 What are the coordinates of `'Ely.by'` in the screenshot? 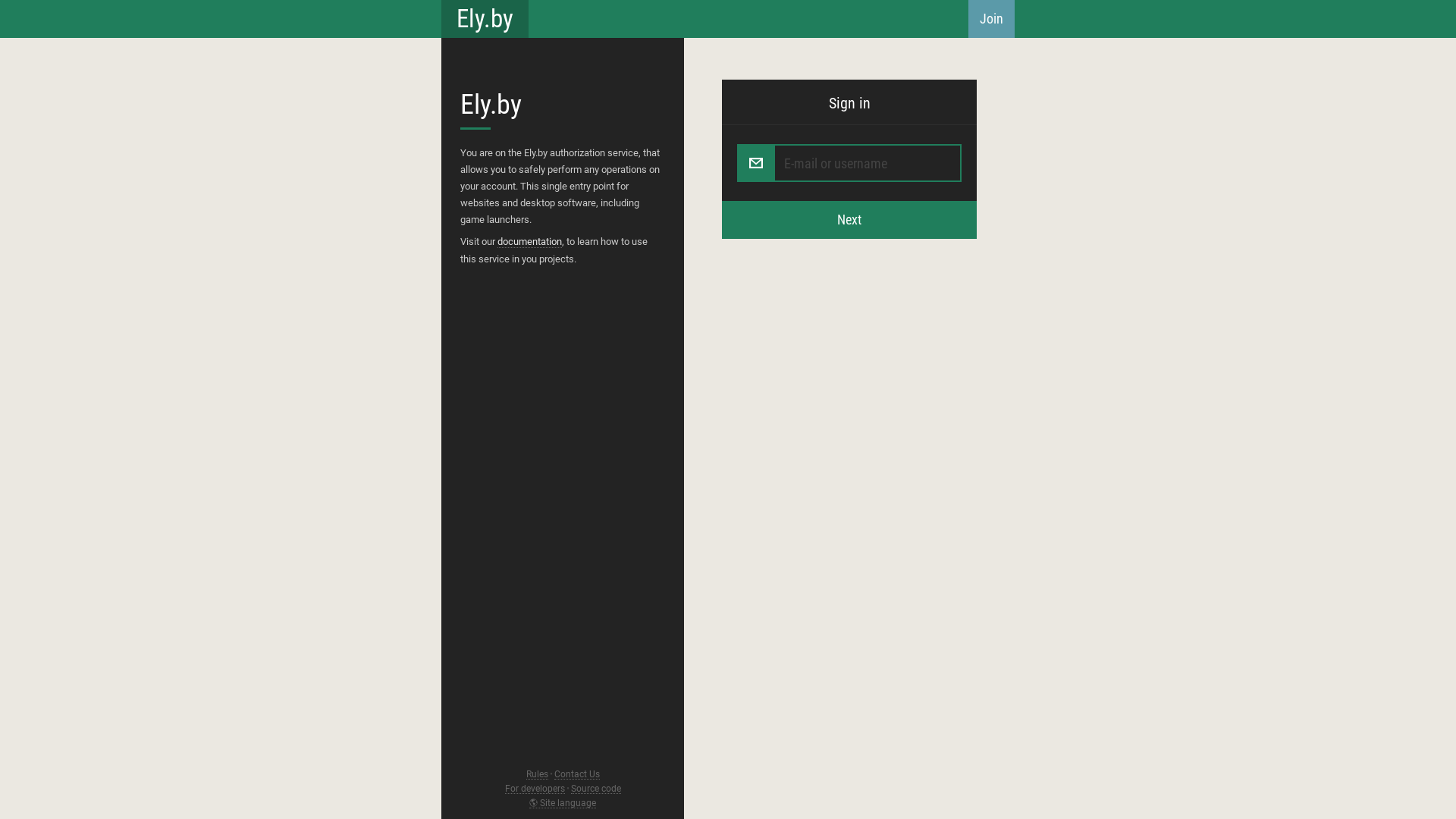 It's located at (484, 18).